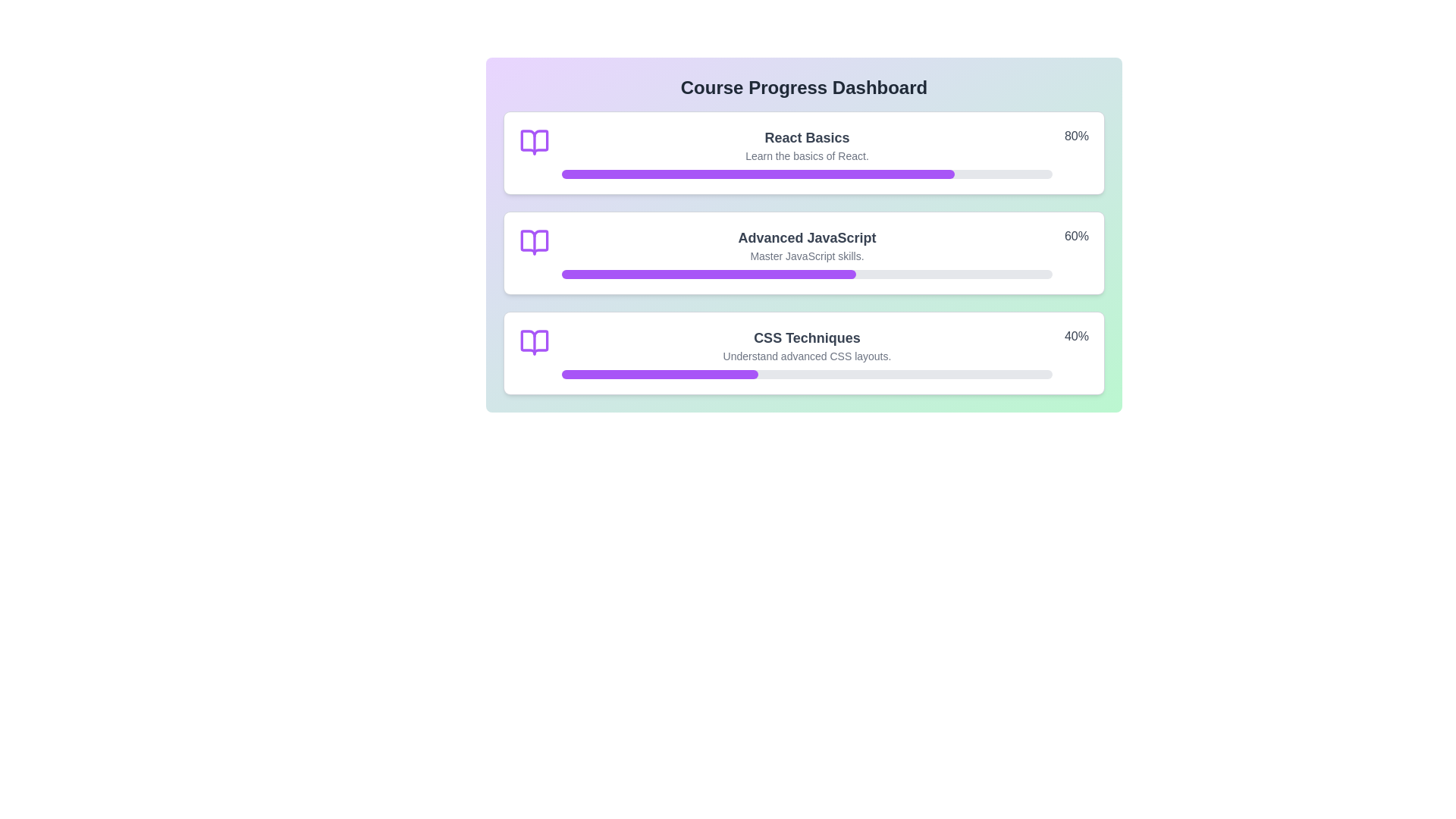 This screenshot has height=819, width=1456. I want to click on the progress visually of the progress bar representing the completion percentage of the course module labeled 'CSS Techniques', located at the bottom of the 'CSS Techniques' section in the 'Course Progress Dashboard', so click(806, 374).